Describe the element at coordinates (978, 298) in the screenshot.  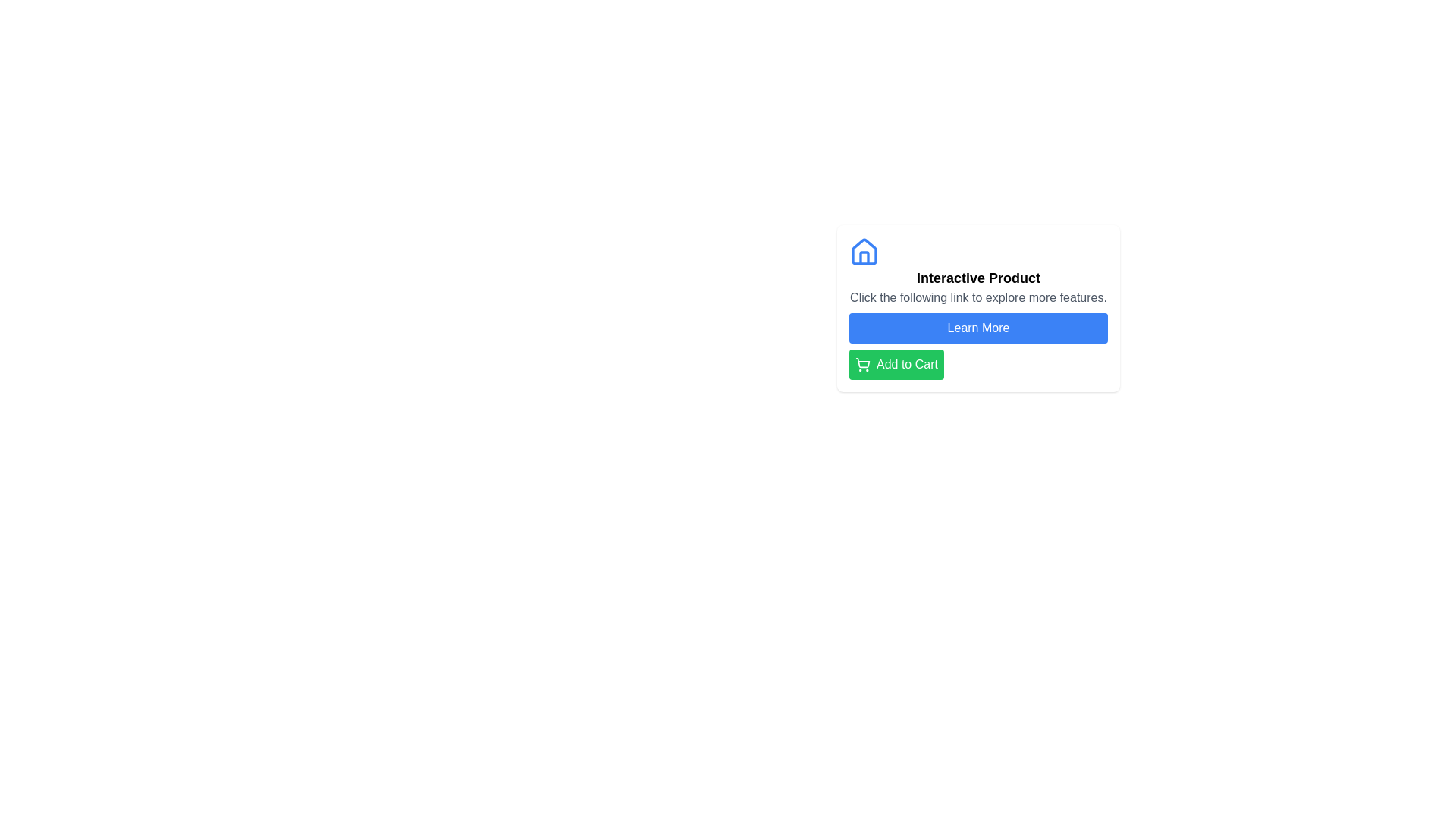
I see `the text element that reads 'Click the following link` at that location.